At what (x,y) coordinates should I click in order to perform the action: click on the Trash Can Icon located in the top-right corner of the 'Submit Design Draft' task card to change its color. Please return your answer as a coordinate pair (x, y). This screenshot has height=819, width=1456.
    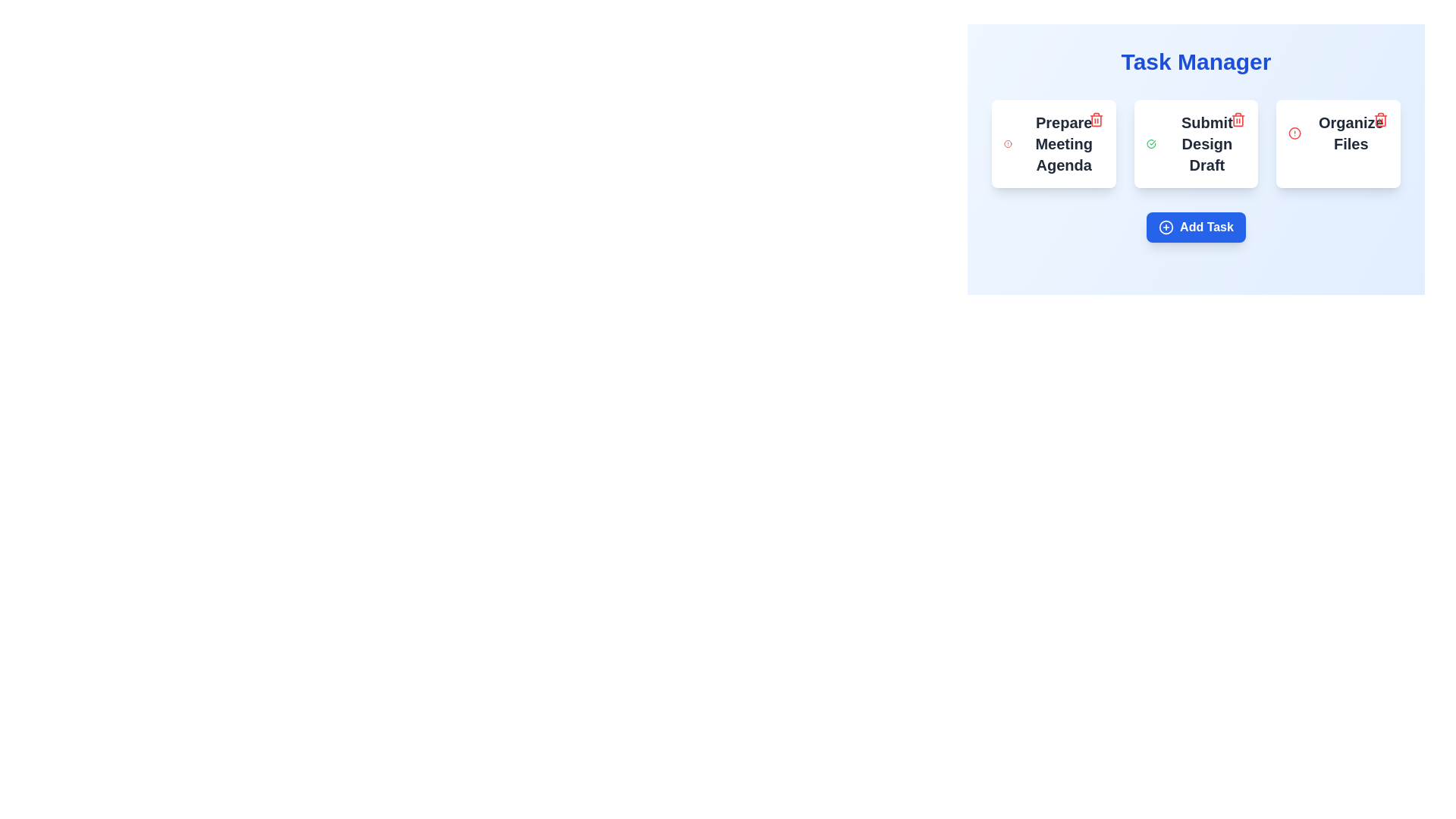
    Looking at the image, I should click on (1238, 119).